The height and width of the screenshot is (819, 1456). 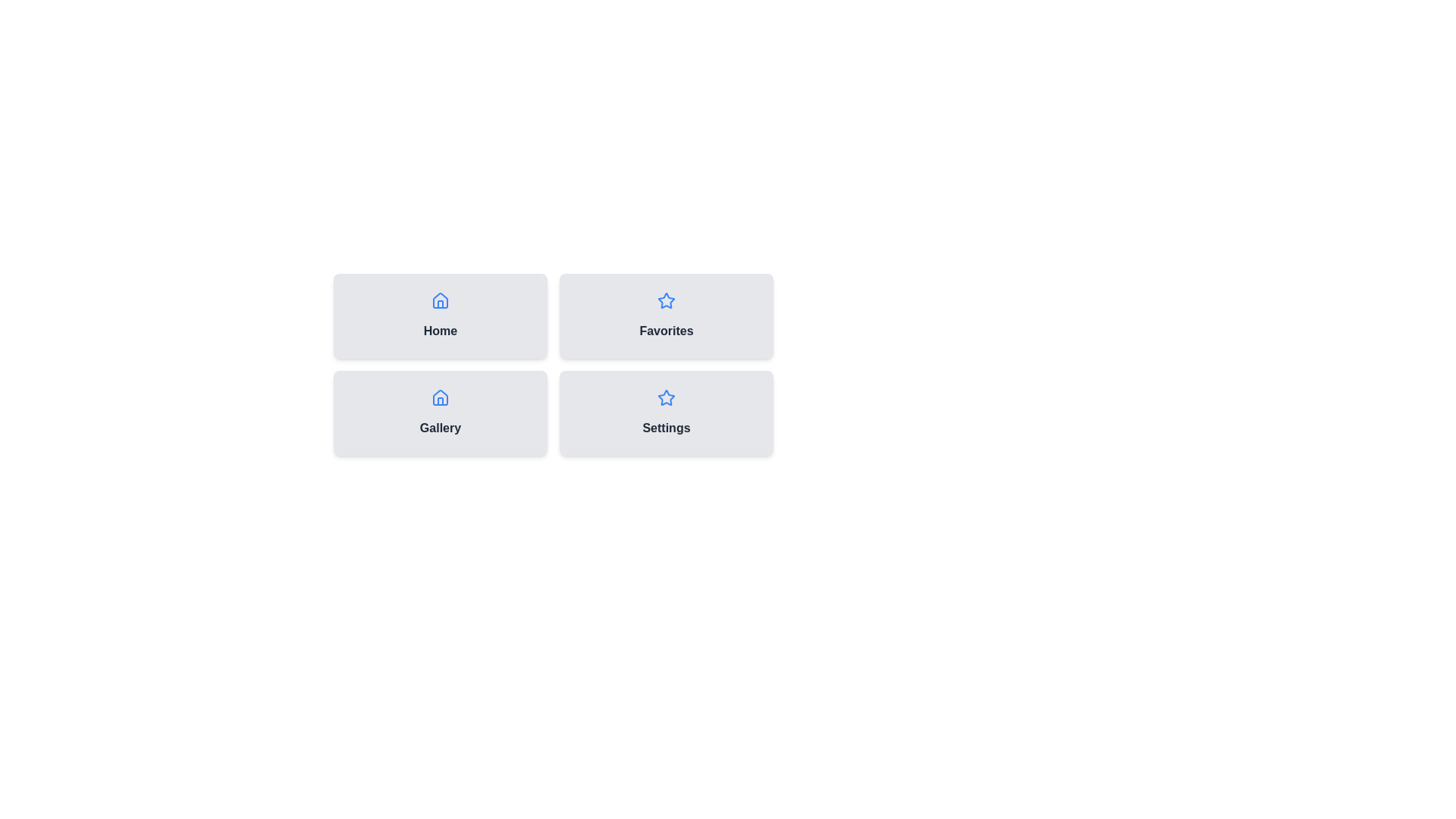 What do you see at coordinates (666, 397) in the screenshot?
I see `the star icon located in the top section of the 'Settings' card, positioned in the bottom right of the grid layout, directly above the text labeled 'Settings'` at bounding box center [666, 397].